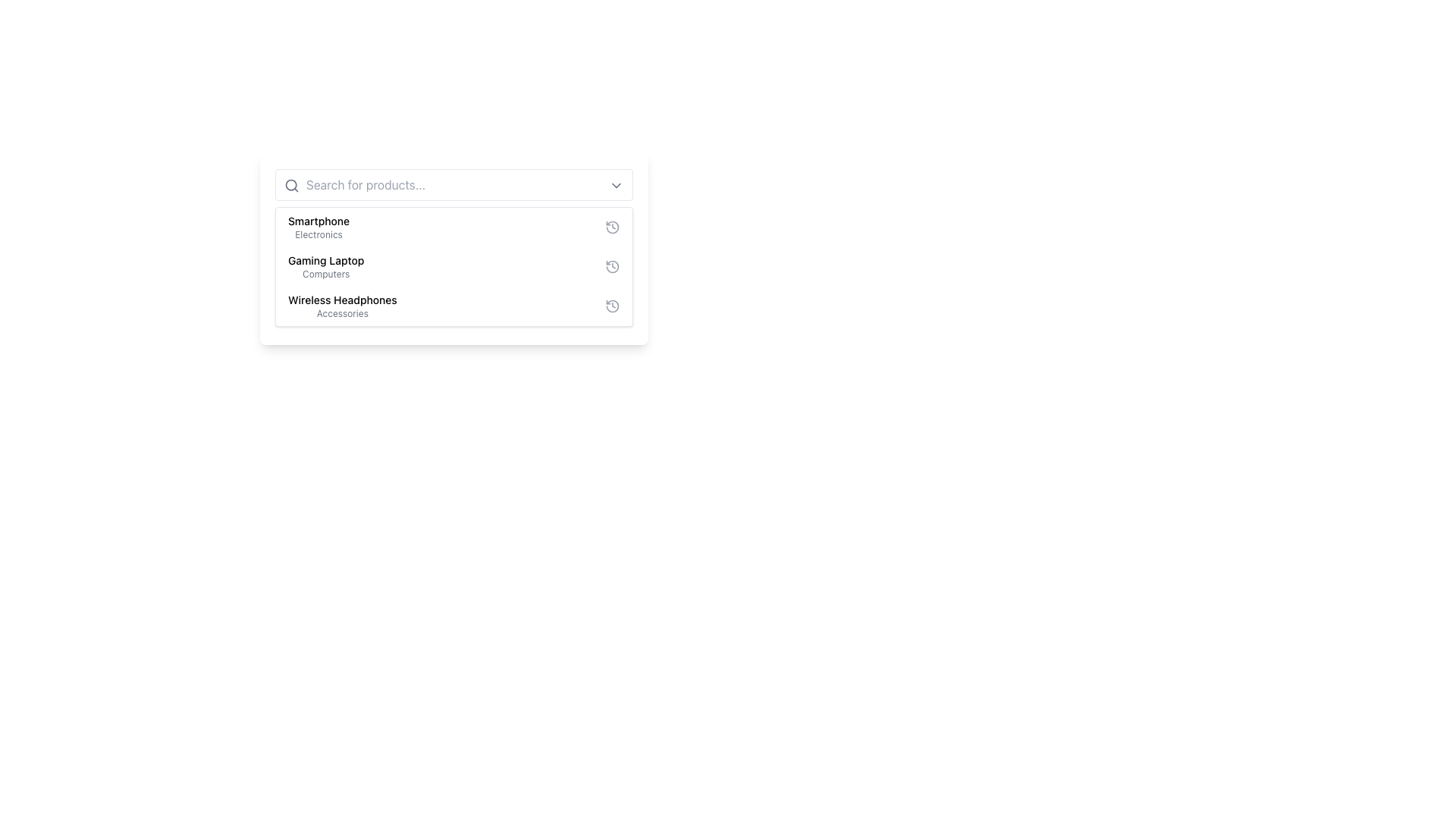  I want to click on the text label 'Gaming Laptop', which is styled with a medium-weight font and positioned centrally above 'Wireless Headphones' and below 'Smartphone' in the categorized list of items, so click(325, 259).